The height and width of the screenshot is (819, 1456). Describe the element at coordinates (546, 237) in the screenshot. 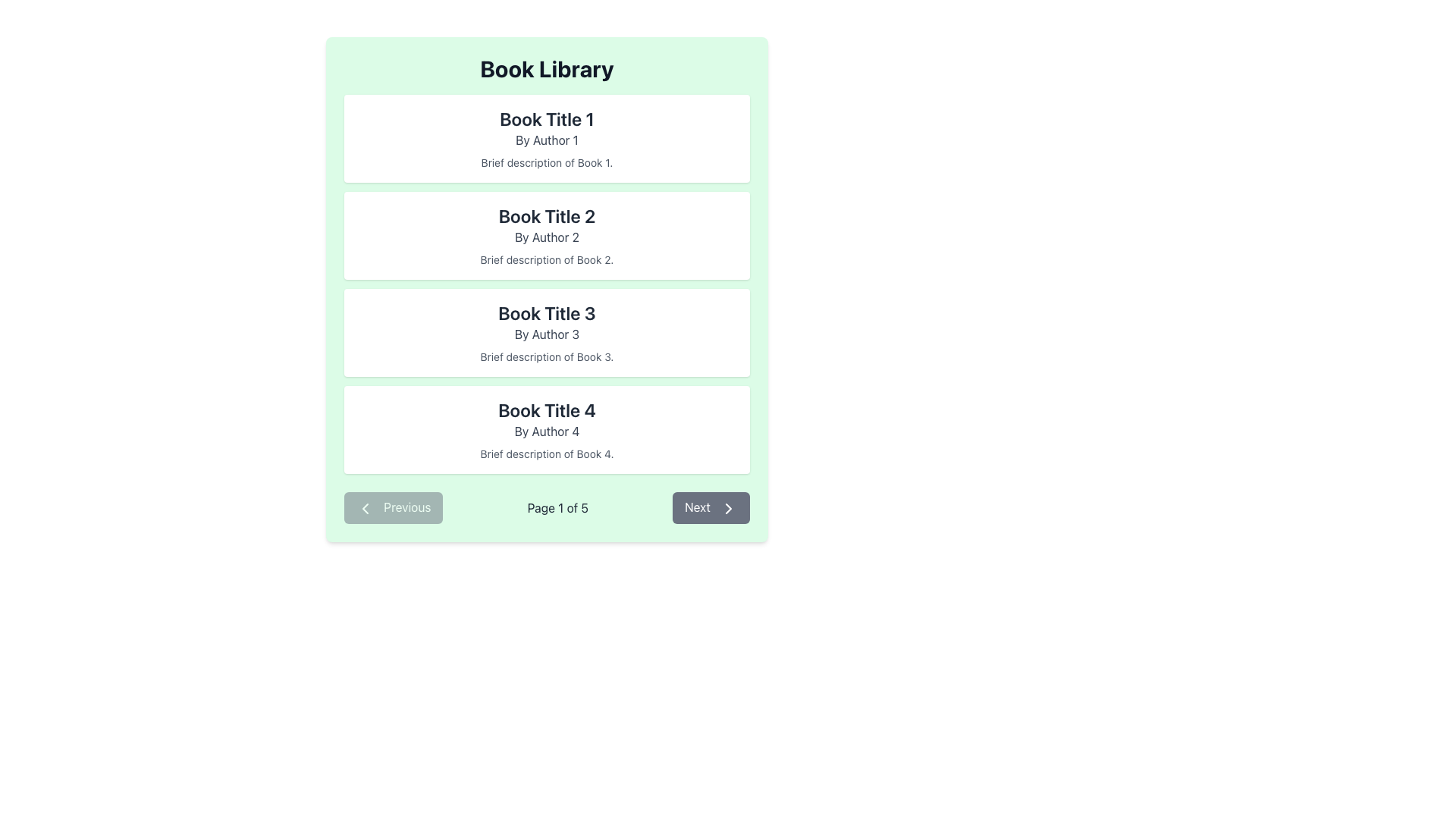

I see `text label displaying 'By Author 2', which is styled in gray and positioned within a card layout below the title 'Book Title 2'` at that location.